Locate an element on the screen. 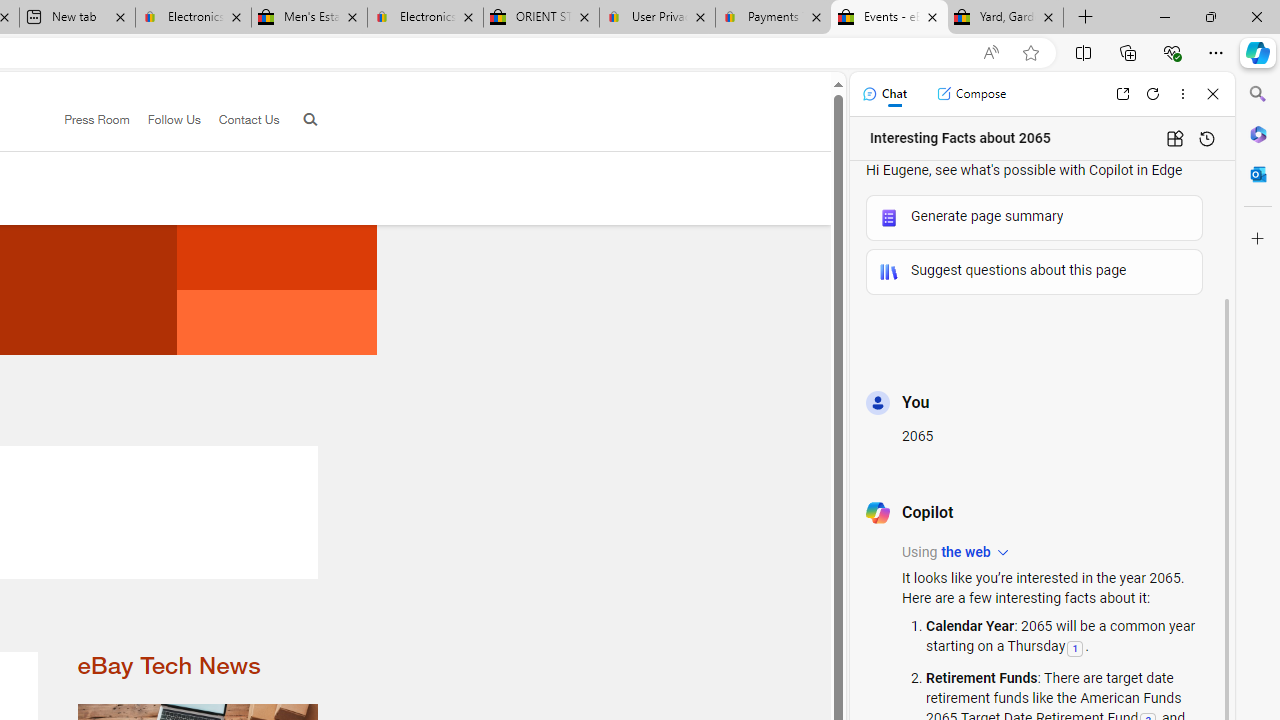 The width and height of the screenshot is (1280, 720). 'Yard, Garden & Outdoor Living' is located at coordinates (1006, 17).